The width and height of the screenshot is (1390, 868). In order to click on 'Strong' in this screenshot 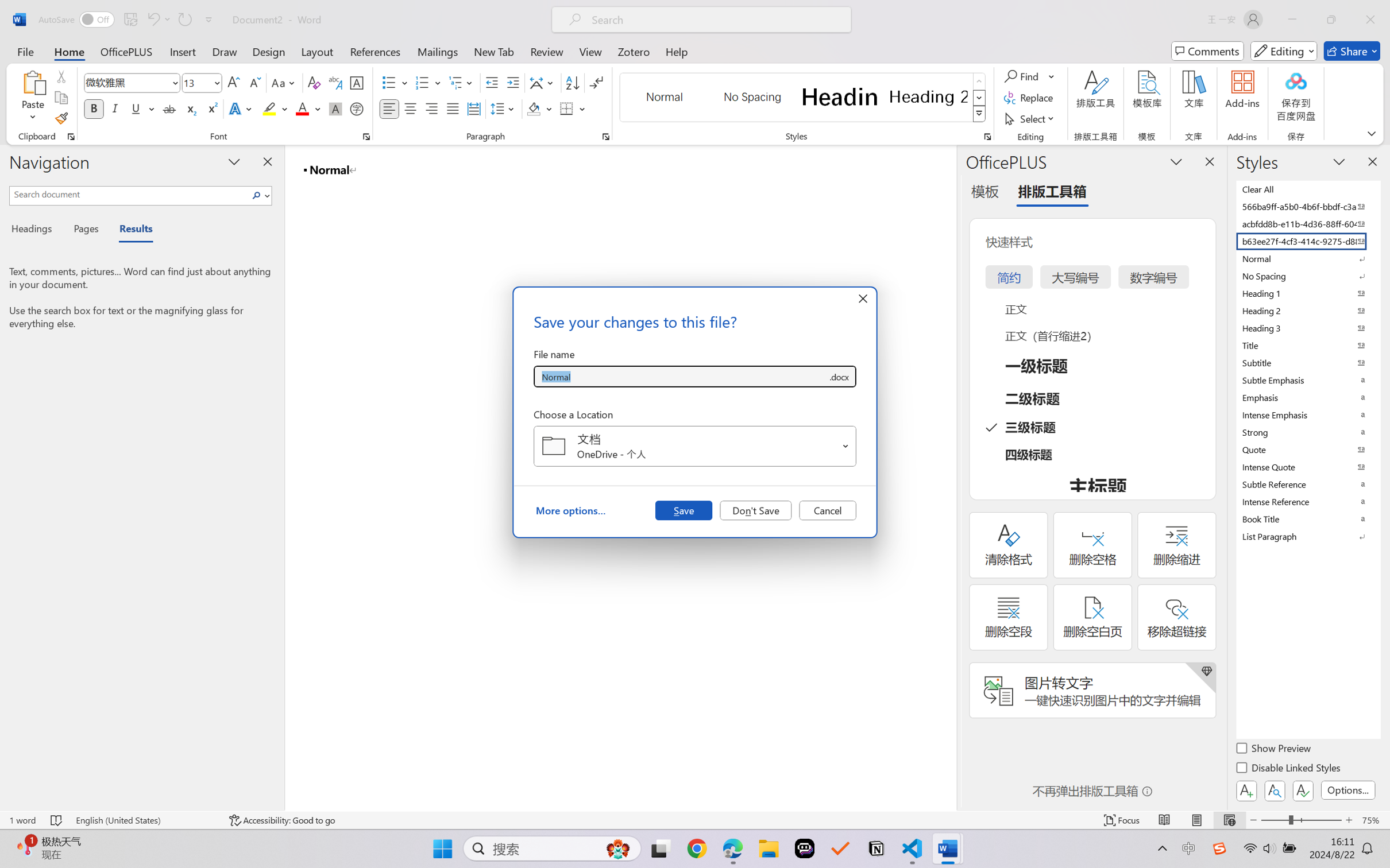, I will do `click(1307, 432)`.